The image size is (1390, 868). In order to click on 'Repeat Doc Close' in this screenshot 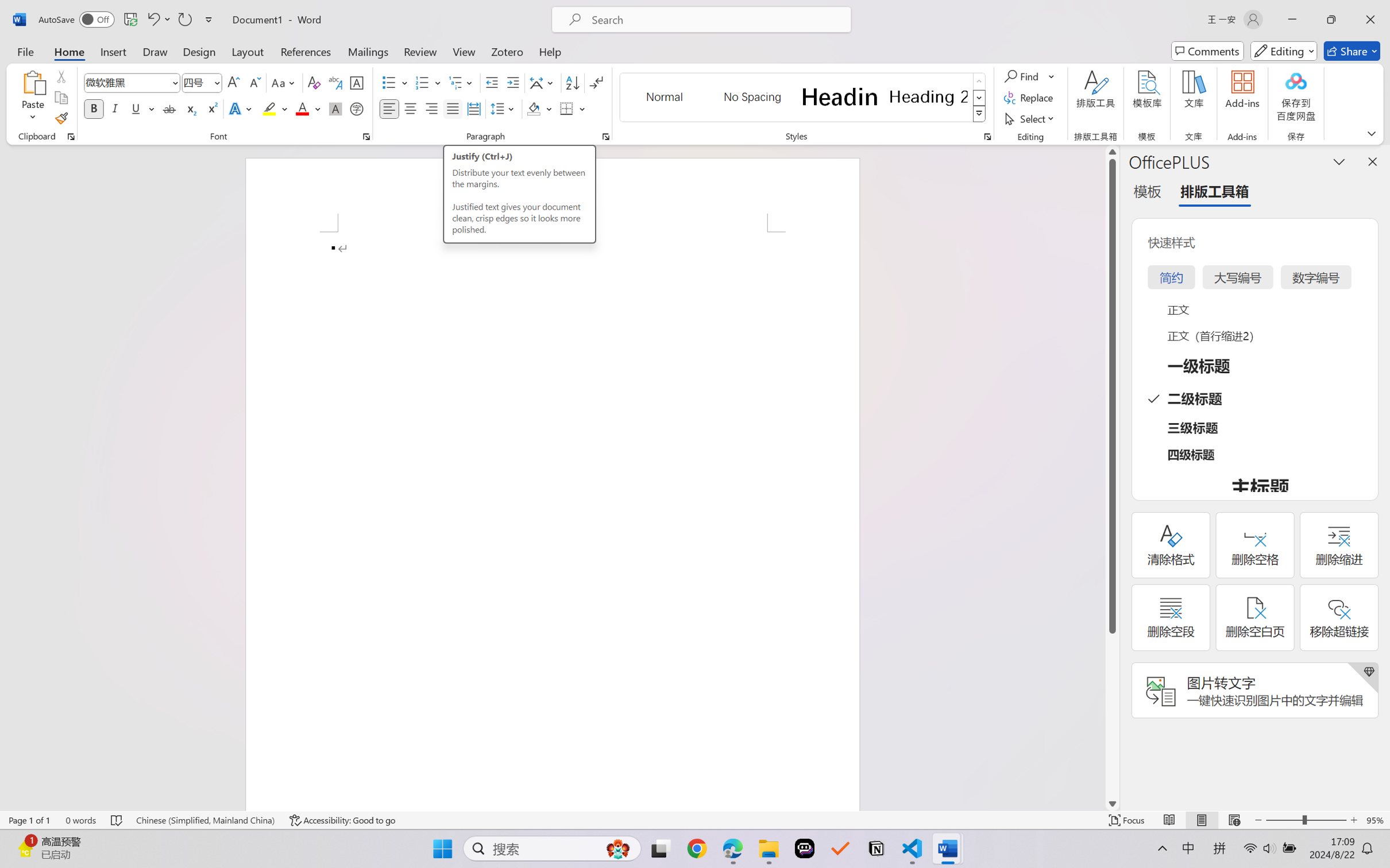, I will do `click(184, 19)`.